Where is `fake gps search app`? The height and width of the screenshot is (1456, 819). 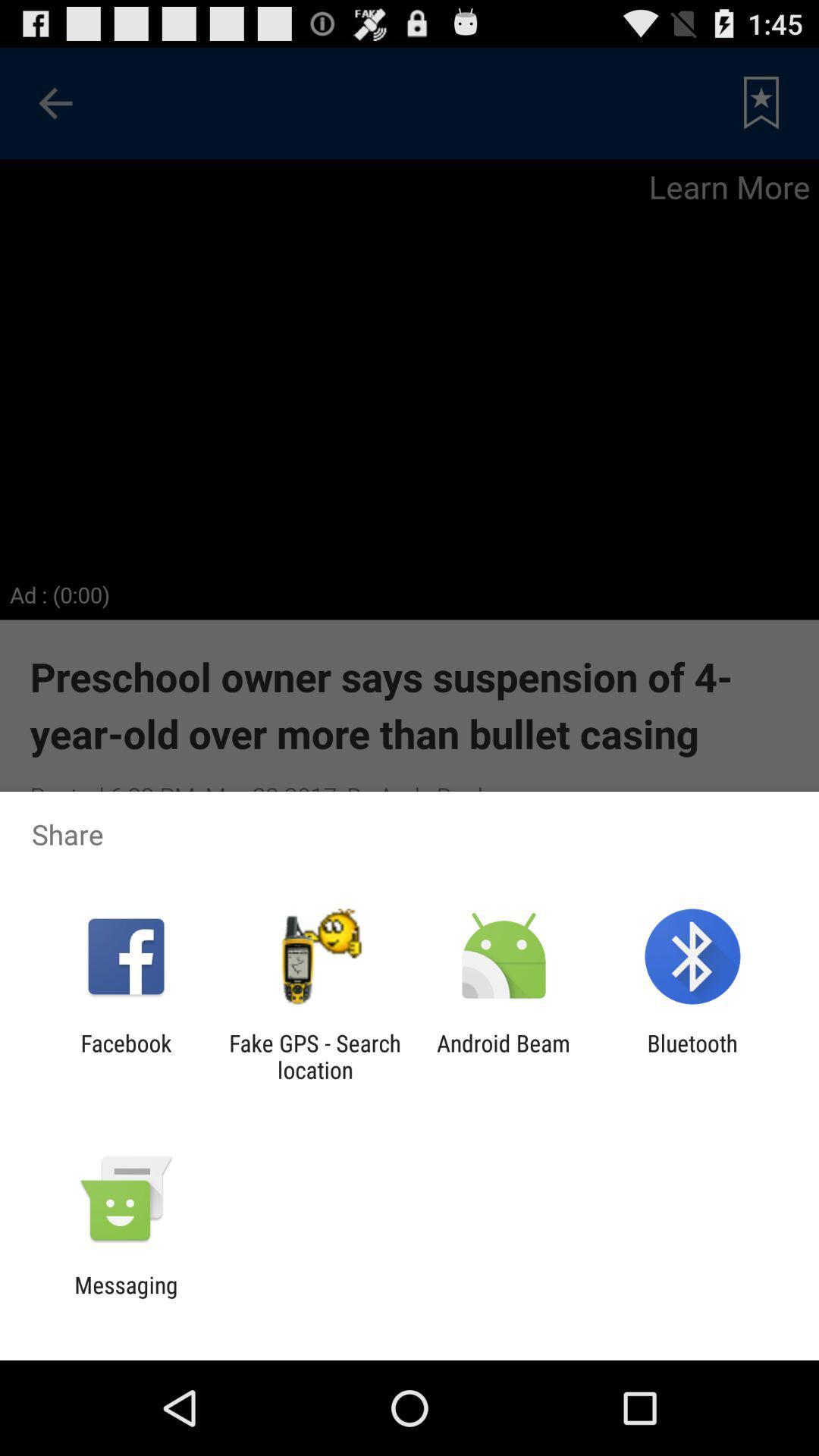
fake gps search app is located at coordinates (314, 1056).